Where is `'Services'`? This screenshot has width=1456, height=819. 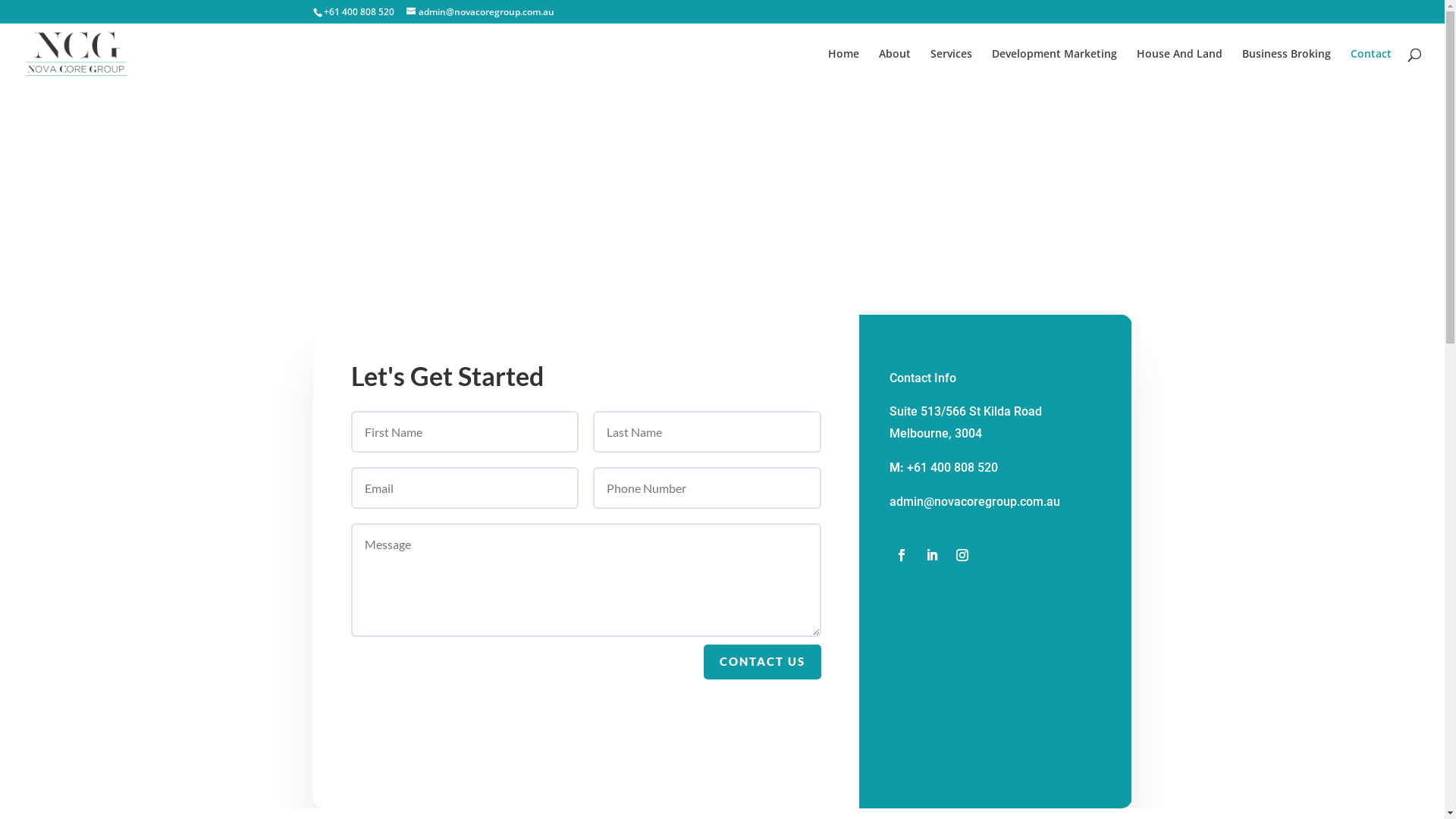 'Services' is located at coordinates (950, 65).